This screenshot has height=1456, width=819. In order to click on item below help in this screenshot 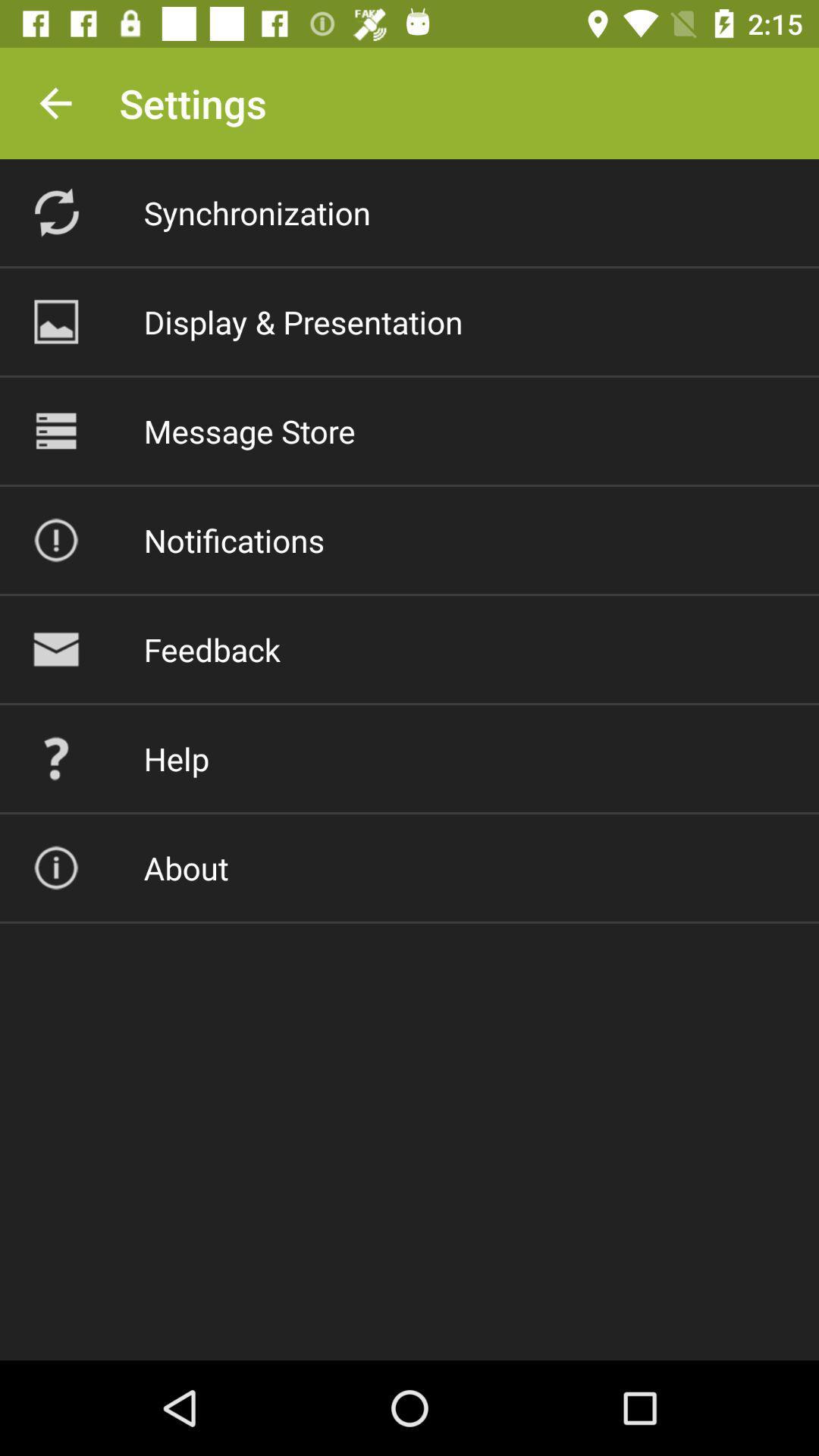, I will do `click(185, 868)`.